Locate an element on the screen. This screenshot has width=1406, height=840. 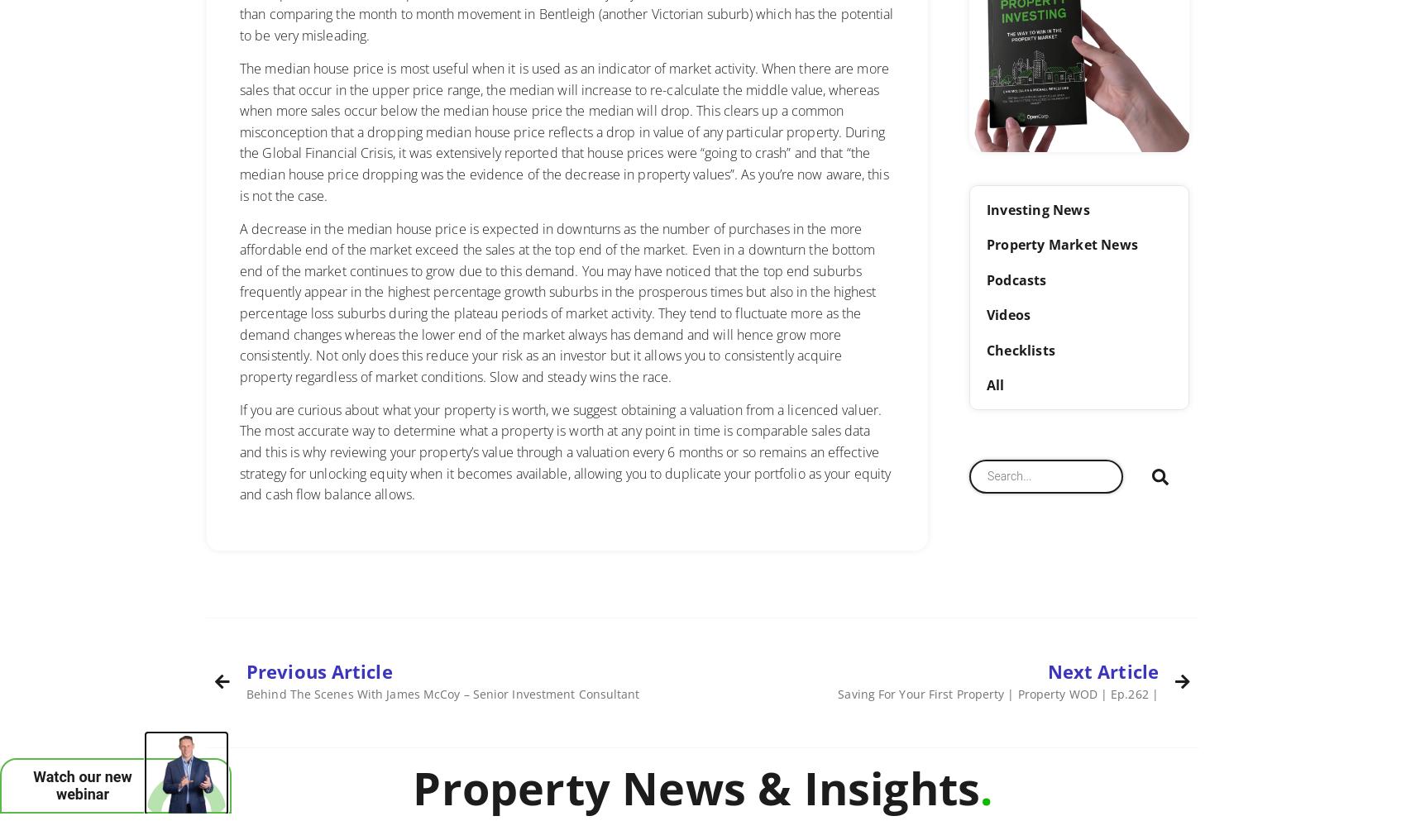
'The median house price is most useful when it is used as an indicator of market activity. When there are more sales that occur in the upper price range, the median will increase to re-calculate the middle value, whereas when more sales occur below the median house price the median will drop. This clears up a common misconception that a dropping median house price reflects a drop in value of any particular property. During the Global Financial Crisis, it was extensively reported that house prices were “going to crash” and that “the median house price dropping was the evidence of the decrease in property values”. As you’re now aware, this is not the case.' is located at coordinates (564, 131).